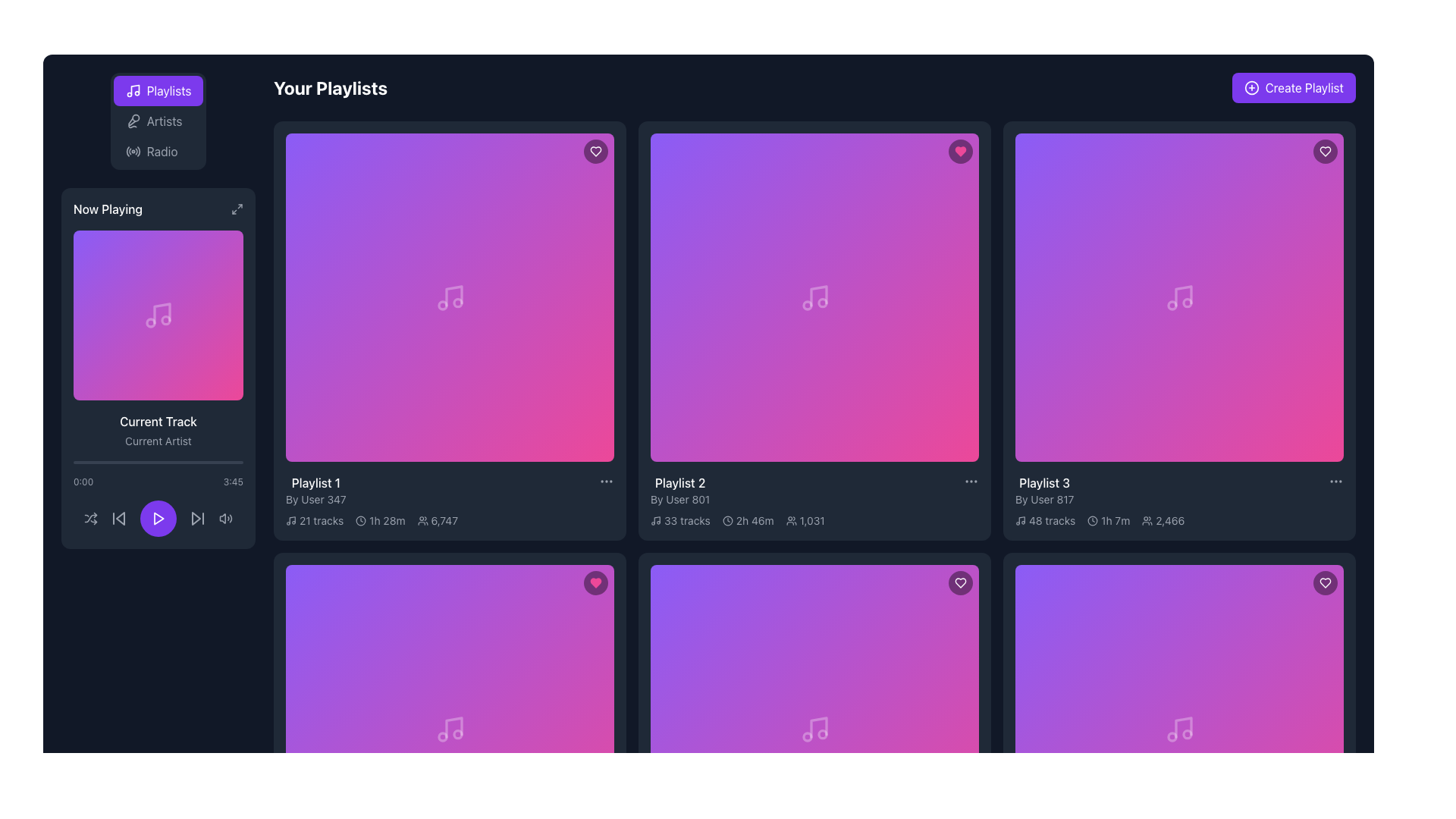 The image size is (1456, 819). What do you see at coordinates (1043, 500) in the screenshot?
I see `the gray text label displaying 'By User 817', which is positioned below the 'Playlist 3' title in the playlist grid` at bounding box center [1043, 500].